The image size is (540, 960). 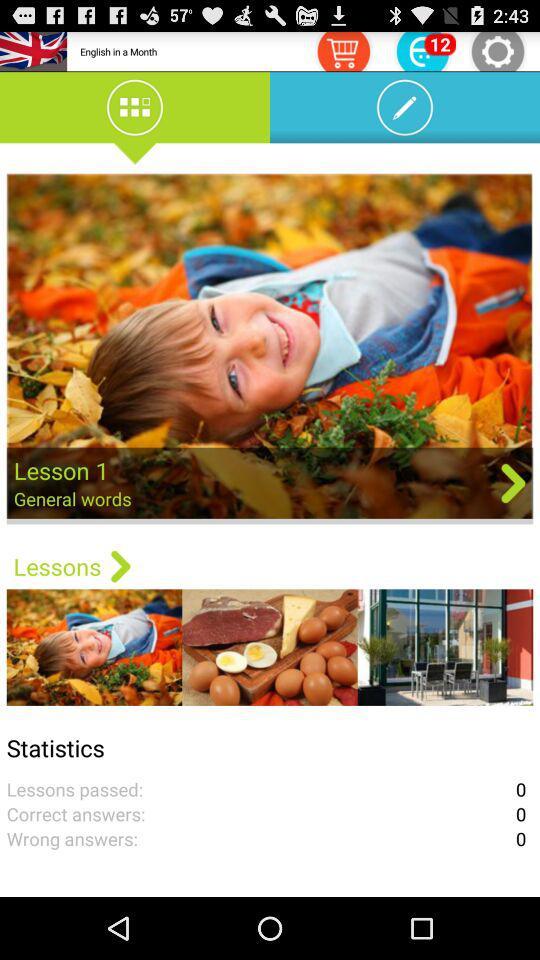 What do you see at coordinates (342, 53) in the screenshot?
I see `the cart icon` at bounding box center [342, 53].